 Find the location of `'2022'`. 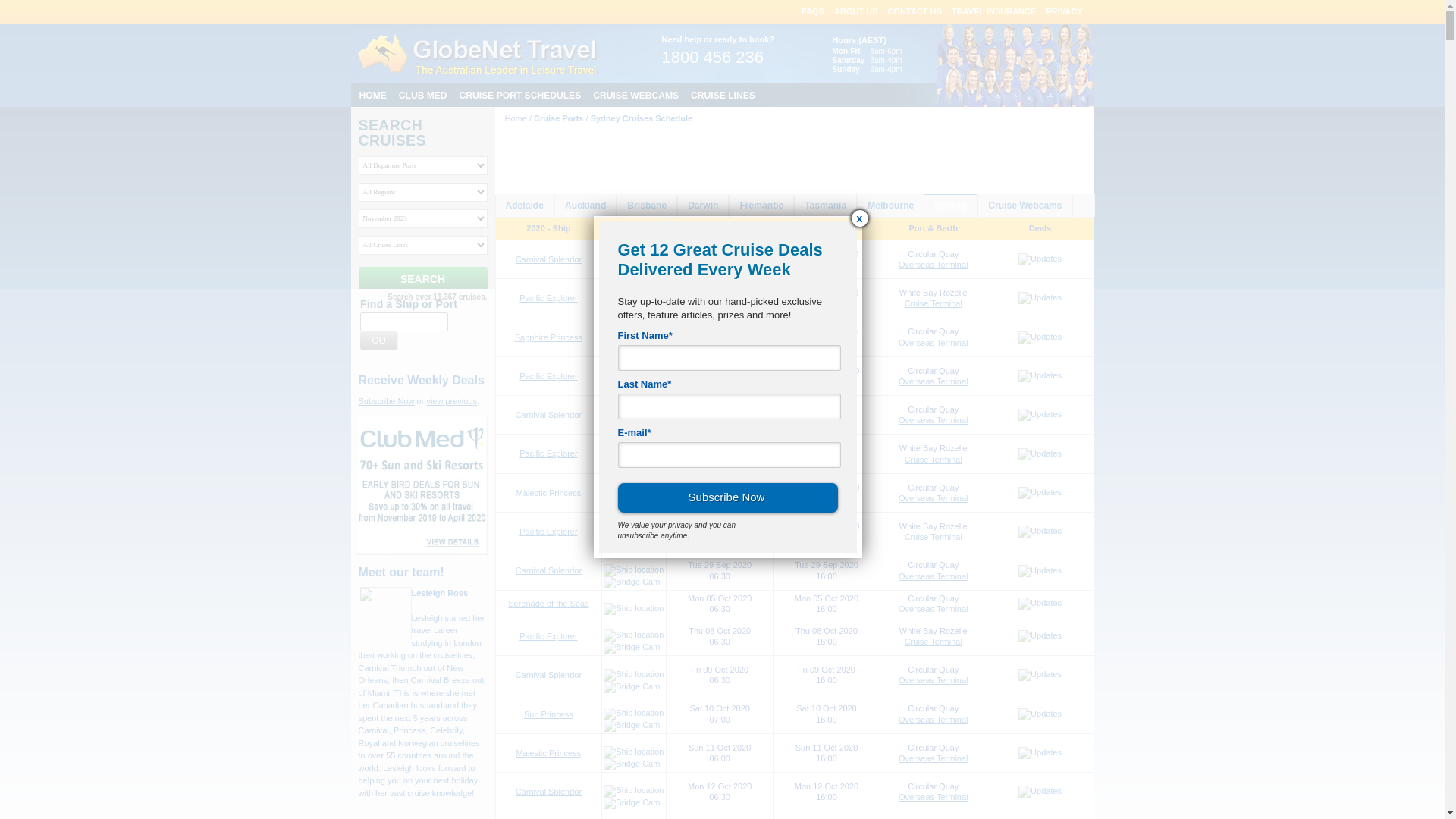

'2022' is located at coordinates (711, 167).